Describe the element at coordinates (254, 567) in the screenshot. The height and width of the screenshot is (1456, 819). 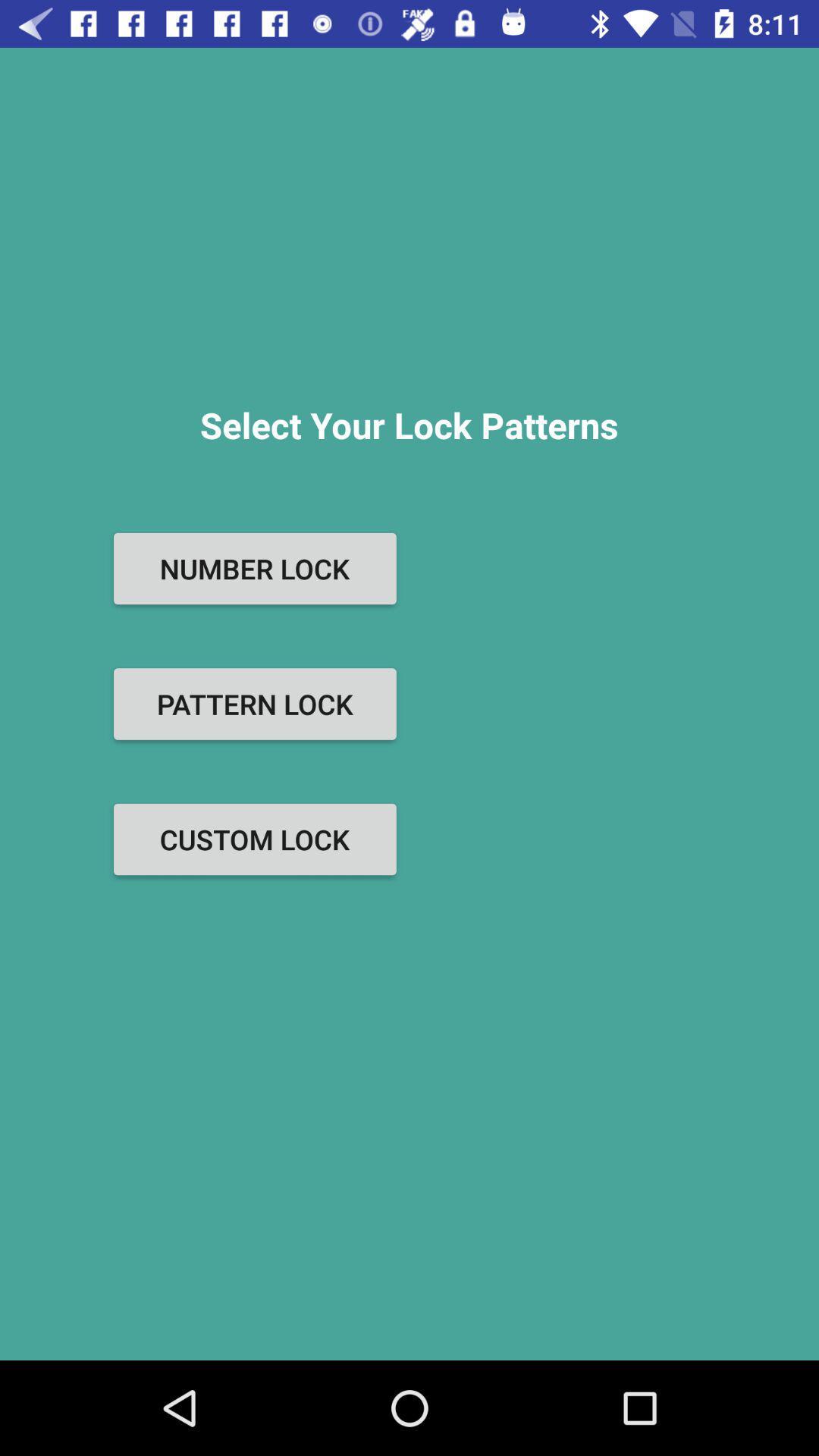
I see `the number lock item` at that location.